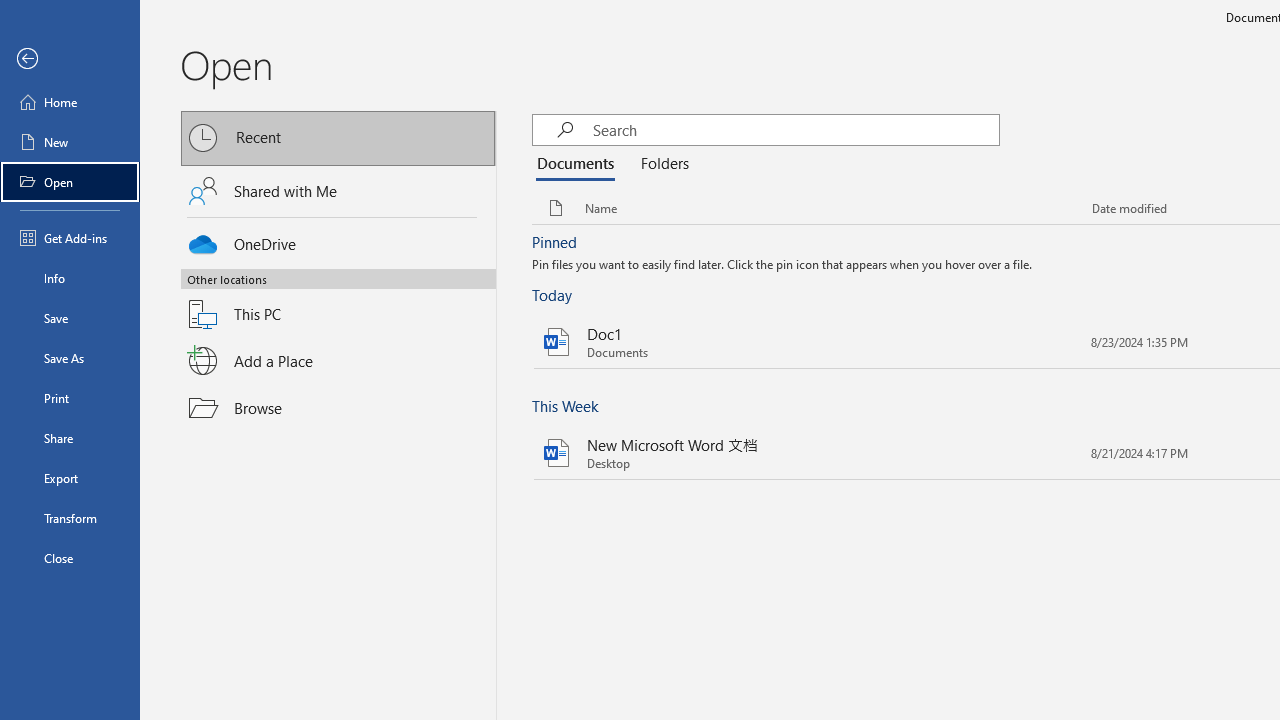  I want to click on 'New', so click(69, 140).